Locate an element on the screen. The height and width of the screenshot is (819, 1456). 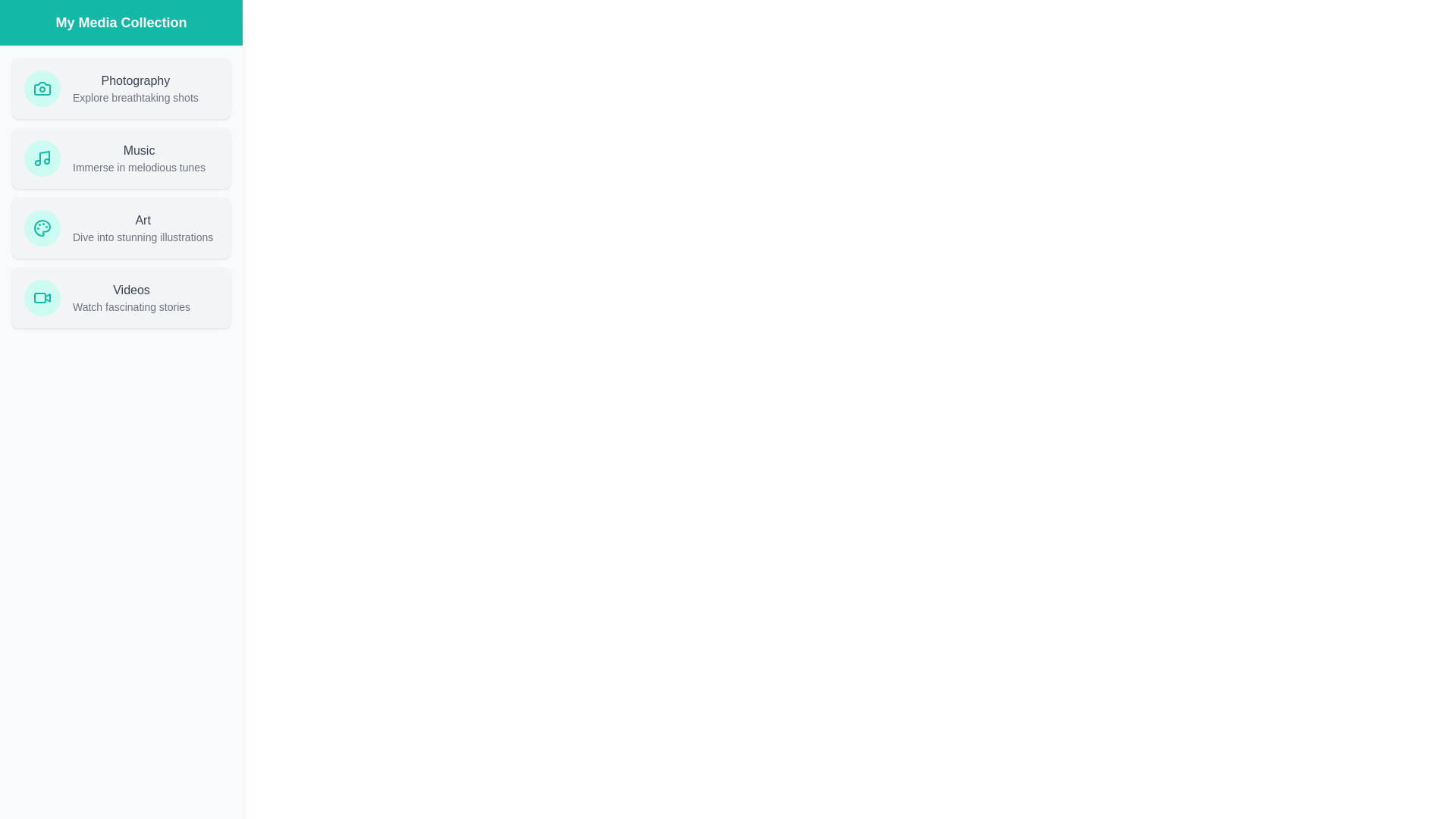
the icon representing Videos in the media collection drawer is located at coordinates (42, 298).